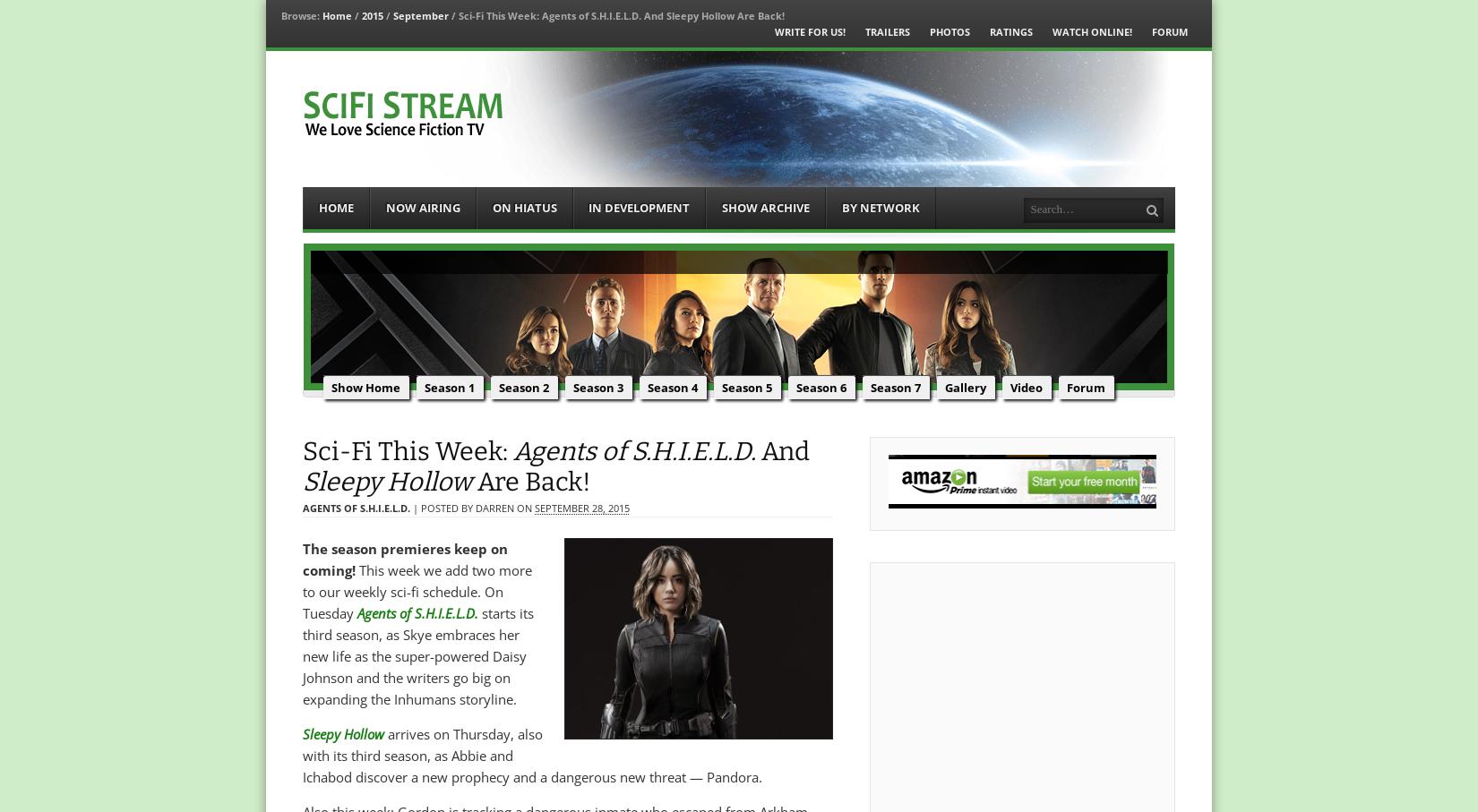  Describe the element at coordinates (299, 14) in the screenshot. I see `'Browse:'` at that location.